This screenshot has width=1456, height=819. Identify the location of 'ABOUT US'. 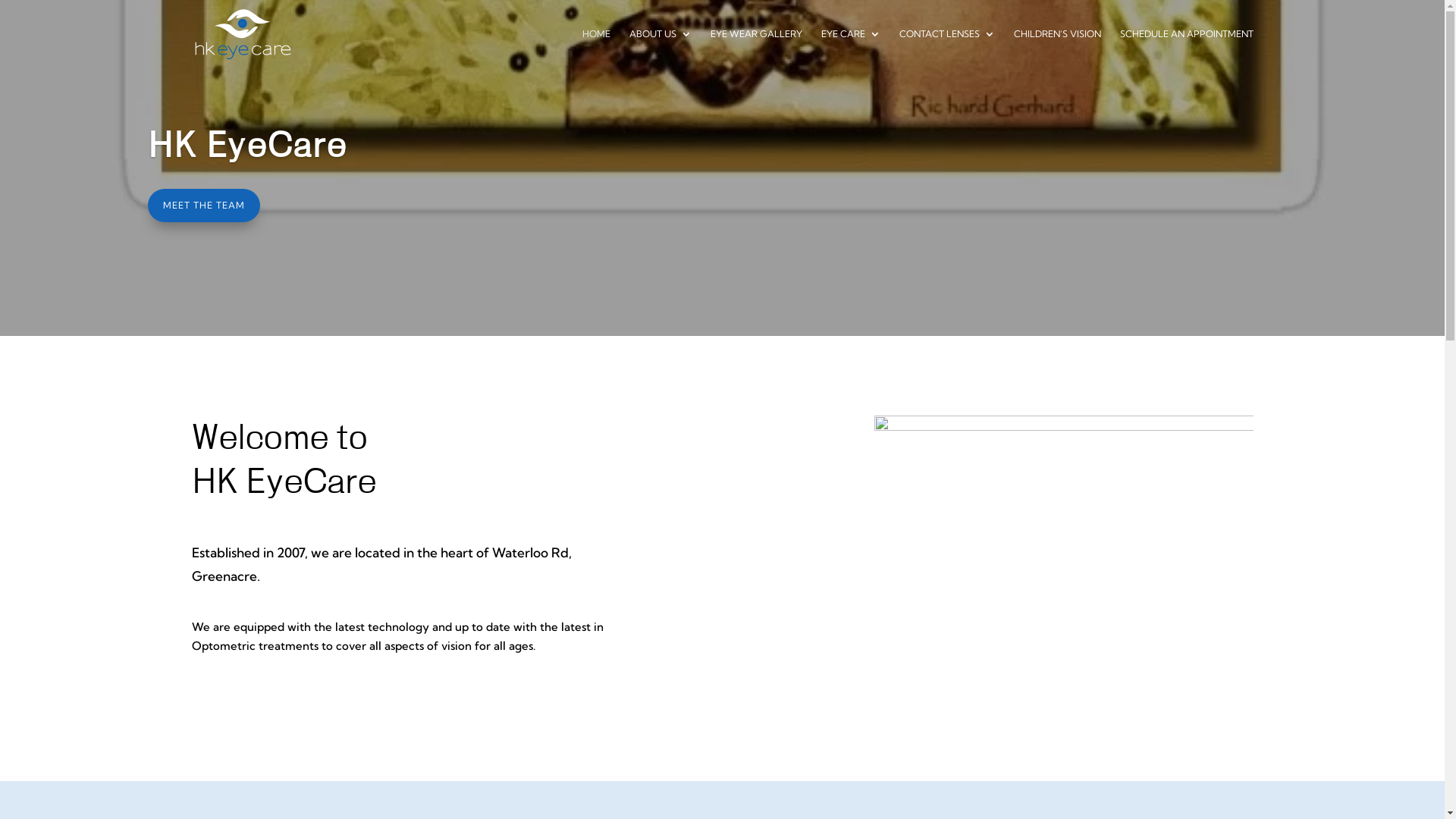
(629, 48).